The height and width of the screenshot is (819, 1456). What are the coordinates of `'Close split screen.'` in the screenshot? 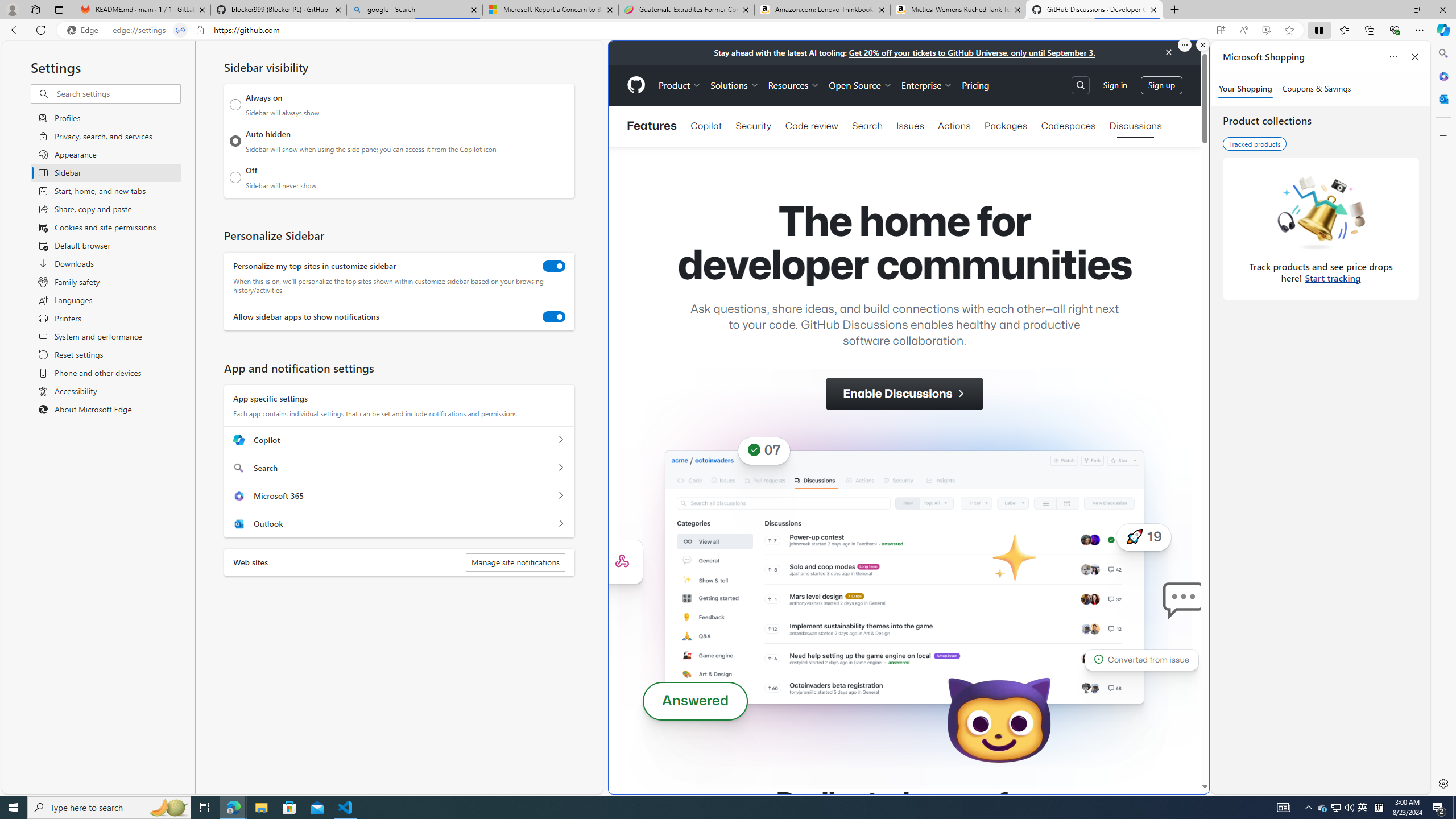 It's located at (1202, 44).